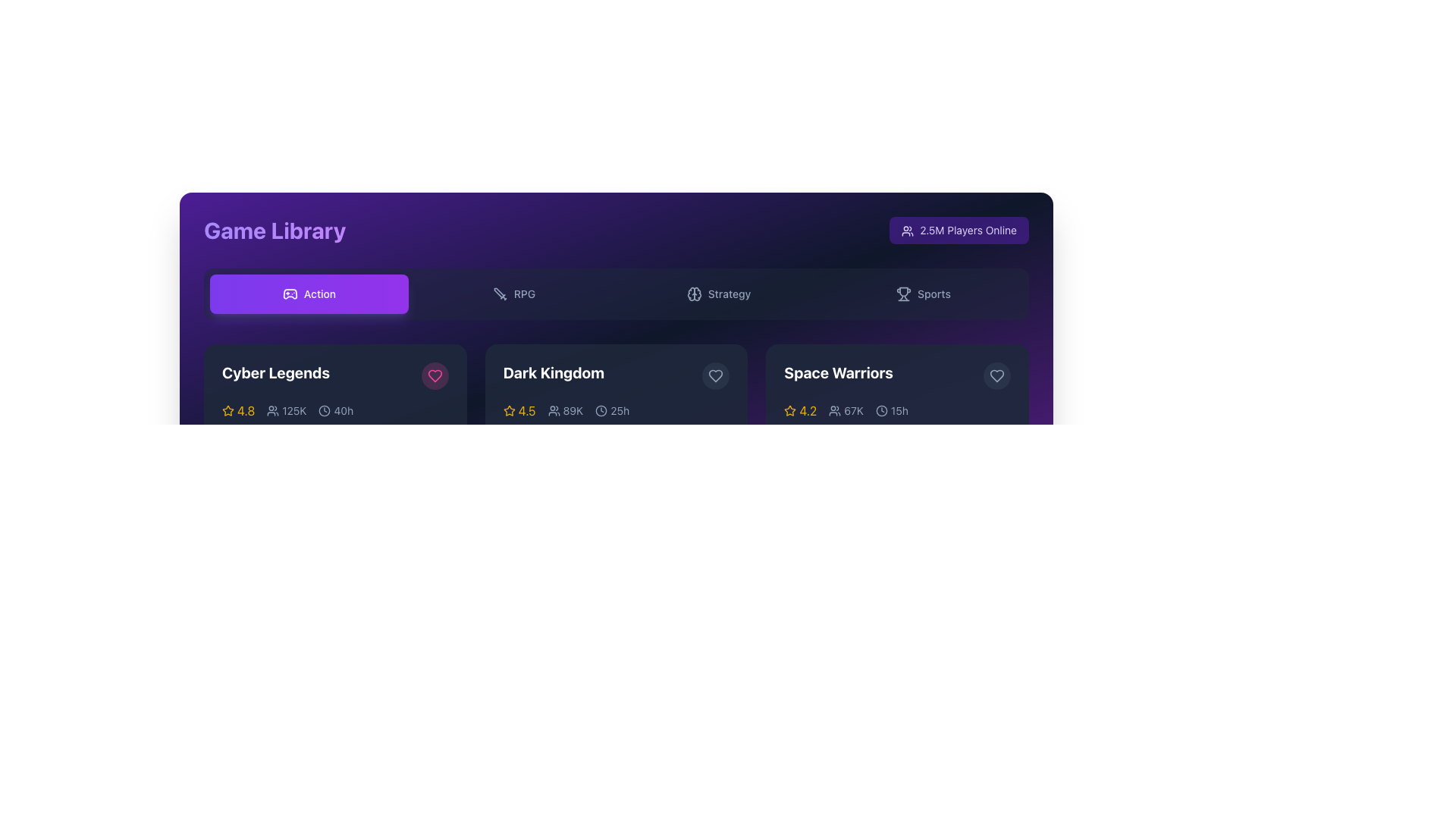 This screenshot has width=1456, height=819. I want to click on the heart-shaped icon in the top-right corner of the 'Dark Kingdom' card, so click(715, 375).